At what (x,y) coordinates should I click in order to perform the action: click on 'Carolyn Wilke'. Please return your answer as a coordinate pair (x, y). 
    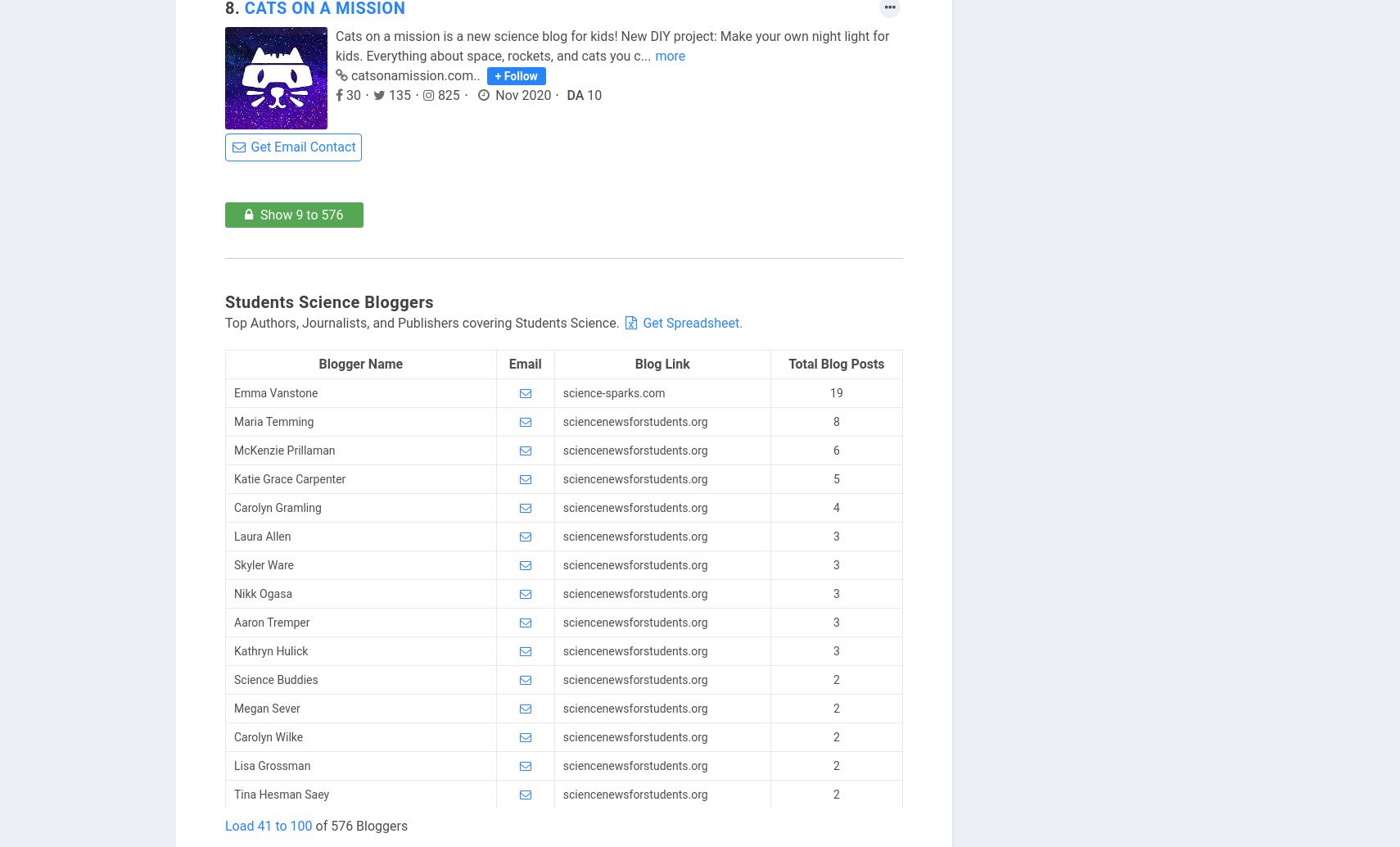
    Looking at the image, I should click on (233, 735).